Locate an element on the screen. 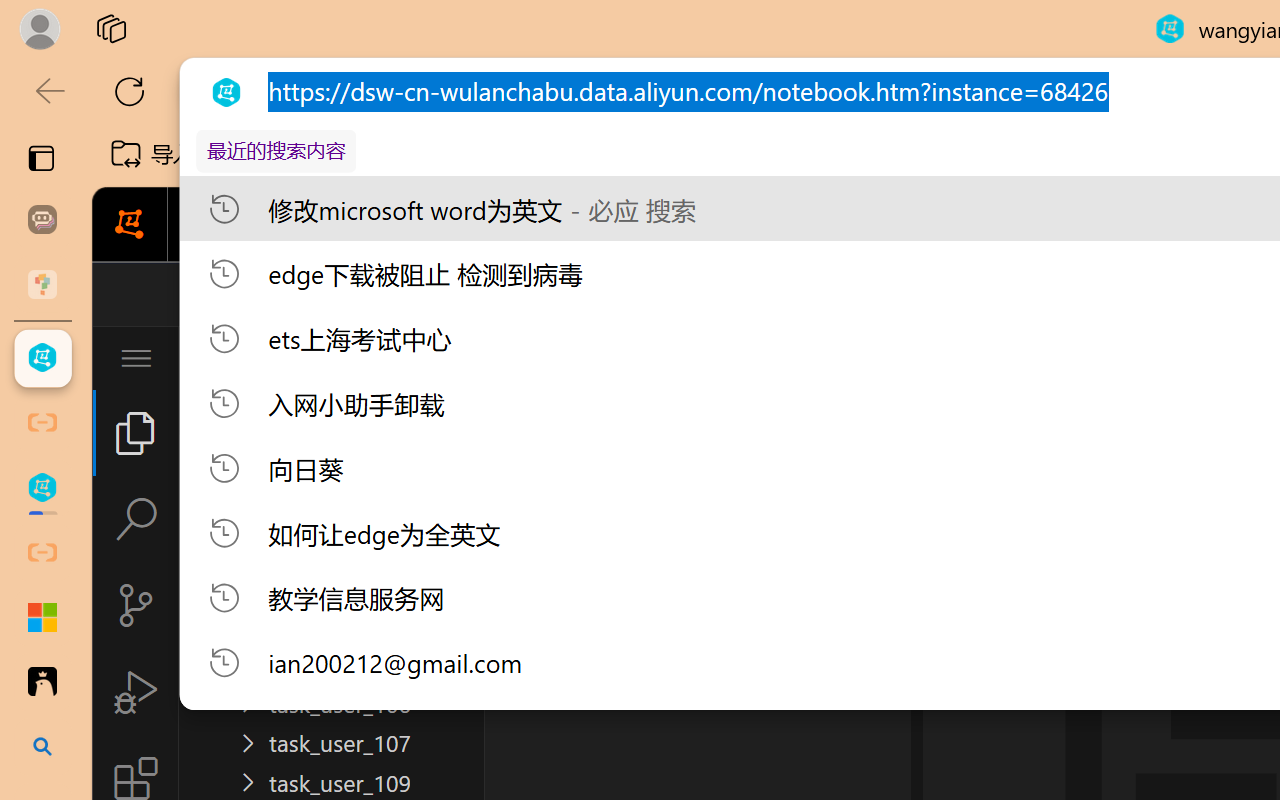  'Run and Debug (Ctrl+Shift+D)' is located at coordinates (134, 692).